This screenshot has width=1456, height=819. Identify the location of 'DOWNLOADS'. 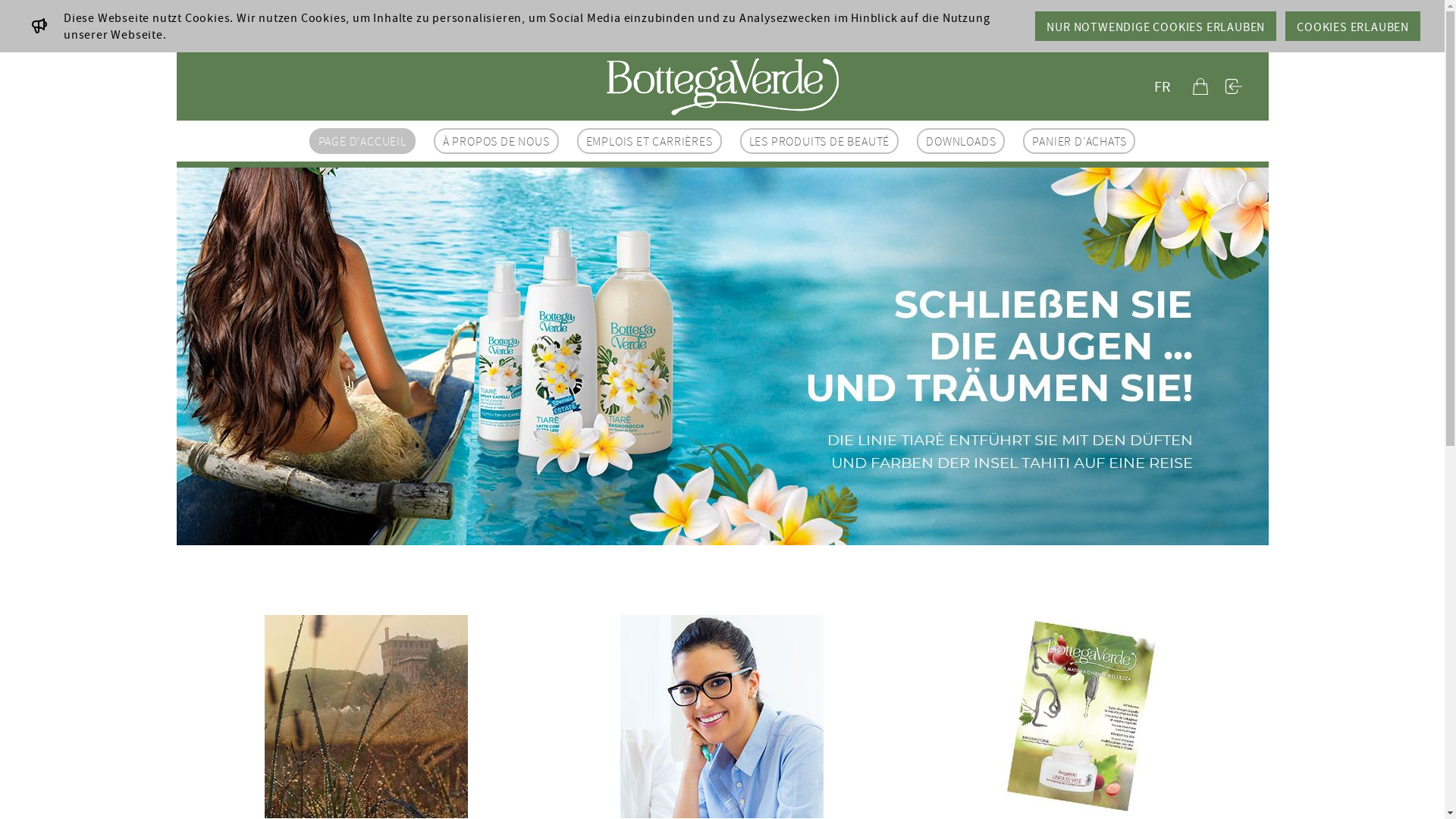
(960, 140).